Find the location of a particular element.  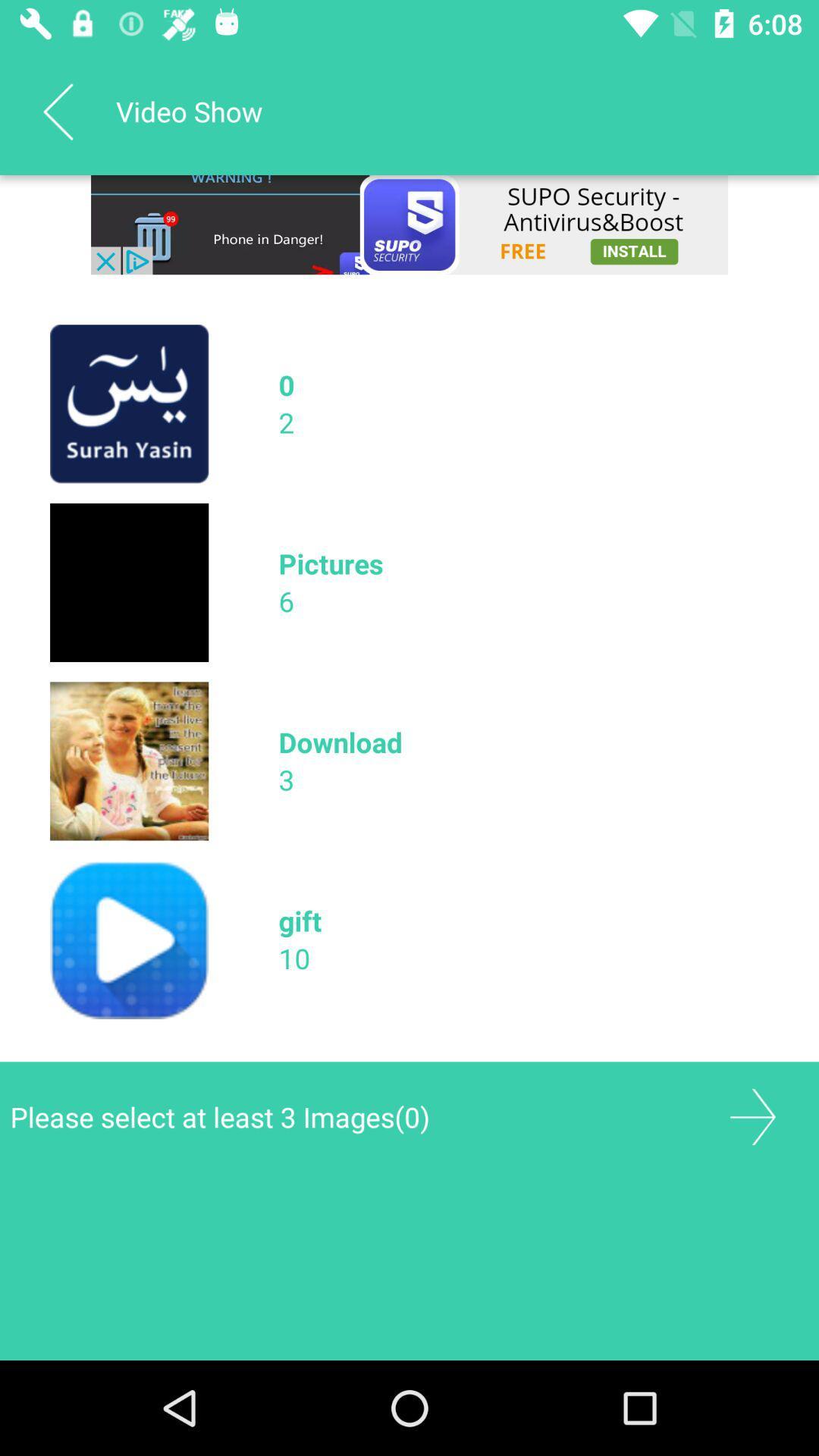

go back is located at coordinates (752, 1117).